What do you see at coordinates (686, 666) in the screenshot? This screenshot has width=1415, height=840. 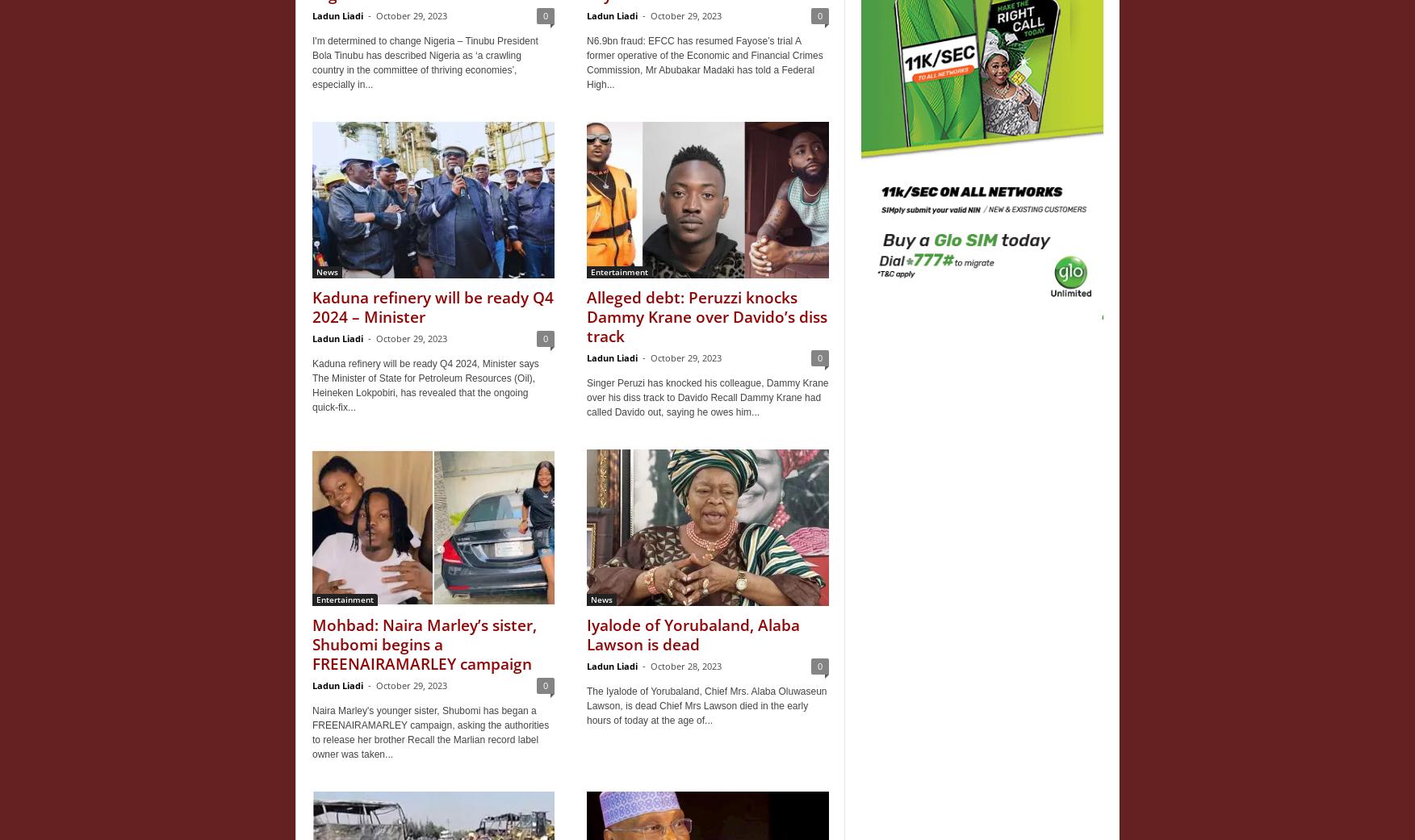 I see `'October 28, 2023'` at bounding box center [686, 666].